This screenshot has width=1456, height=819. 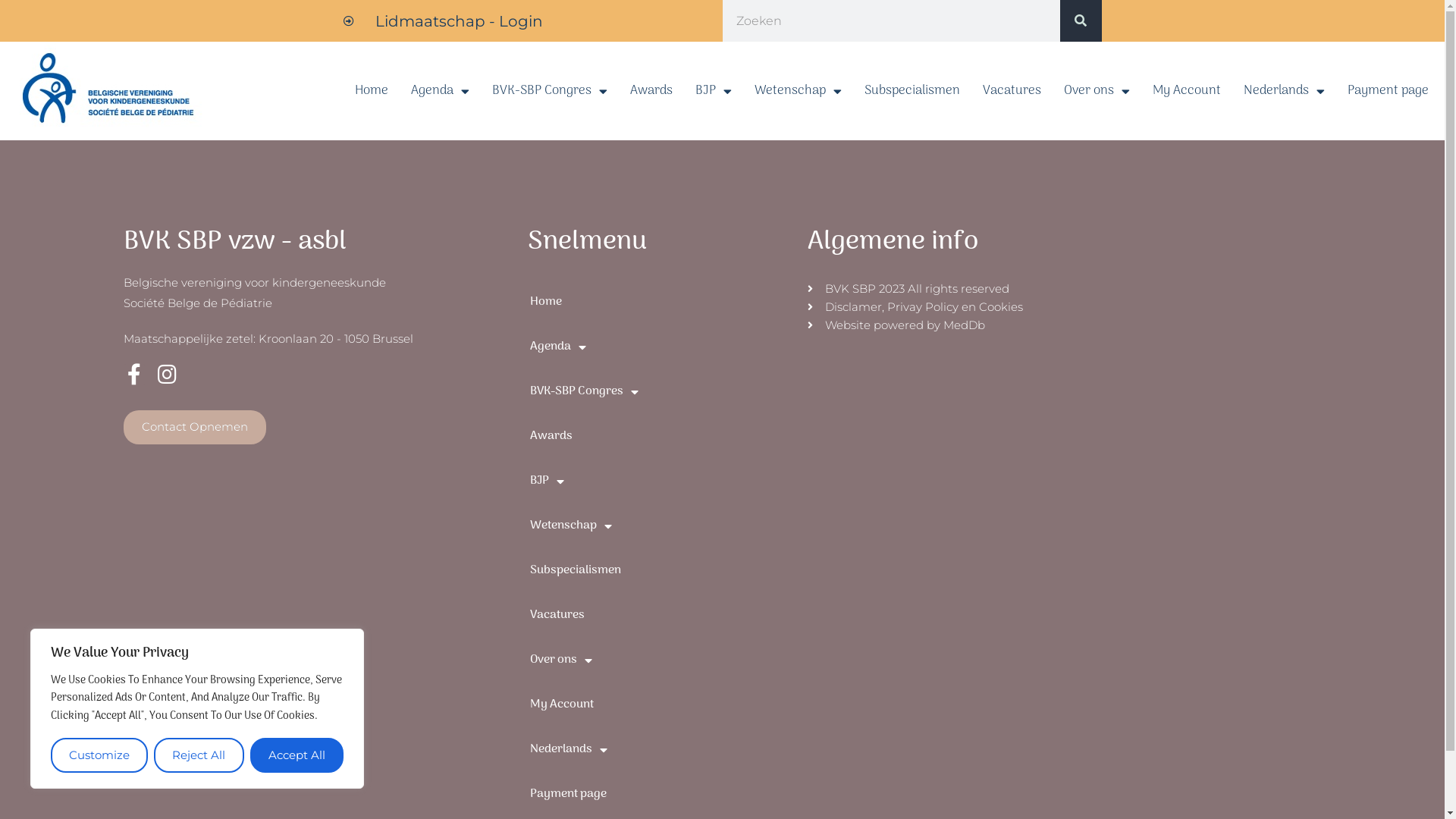 What do you see at coordinates (528, 748) in the screenshot?
I see `'Nederlands'` at bounding box center [528, 748].